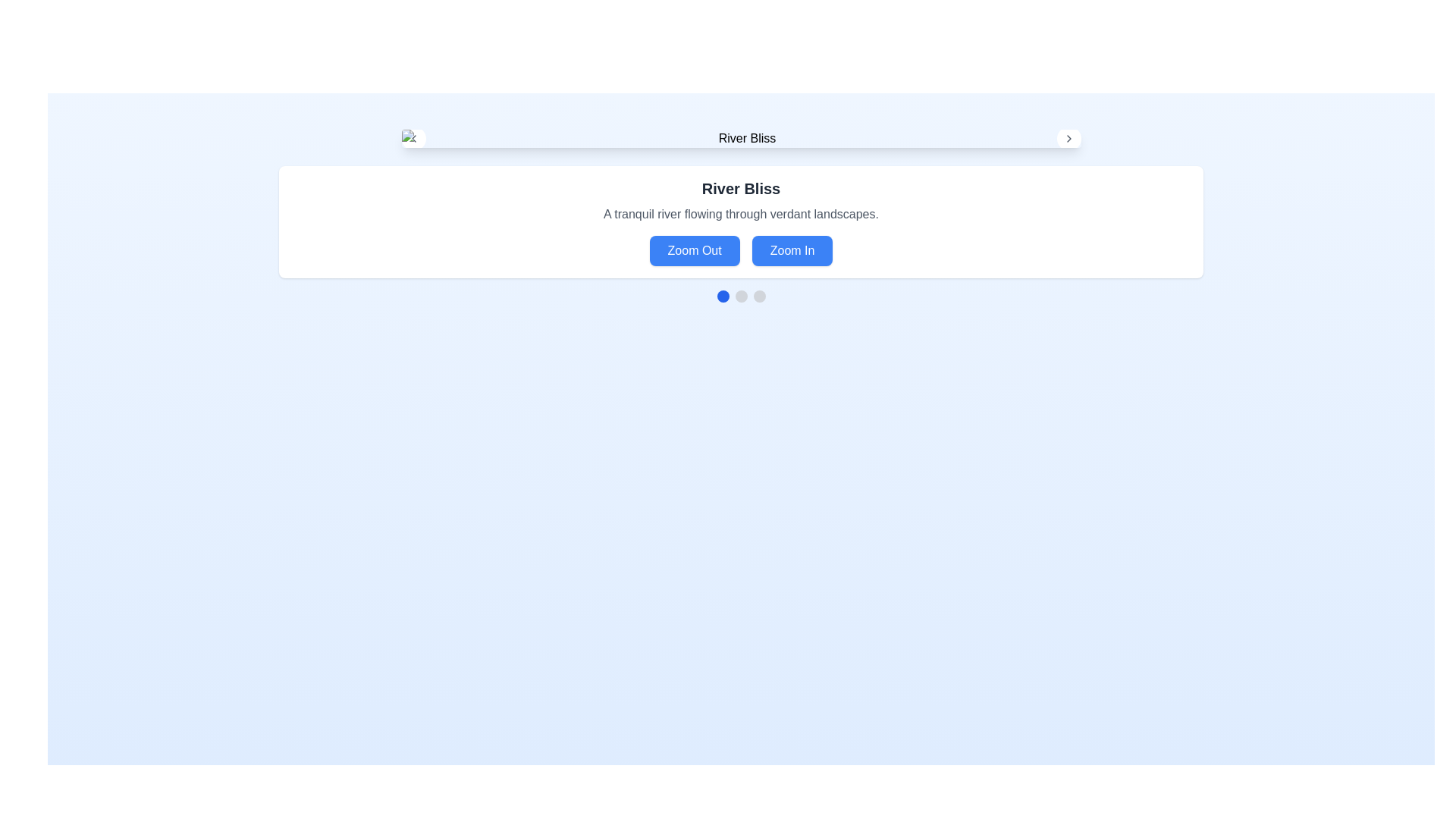  What do you see at coordinates (722, 296) in the screenshot?
I see `the leftmost circular indicator button in the group below the 'Zoom Out' and 'Zoom In' buttons` at bounding box center [722, 296].